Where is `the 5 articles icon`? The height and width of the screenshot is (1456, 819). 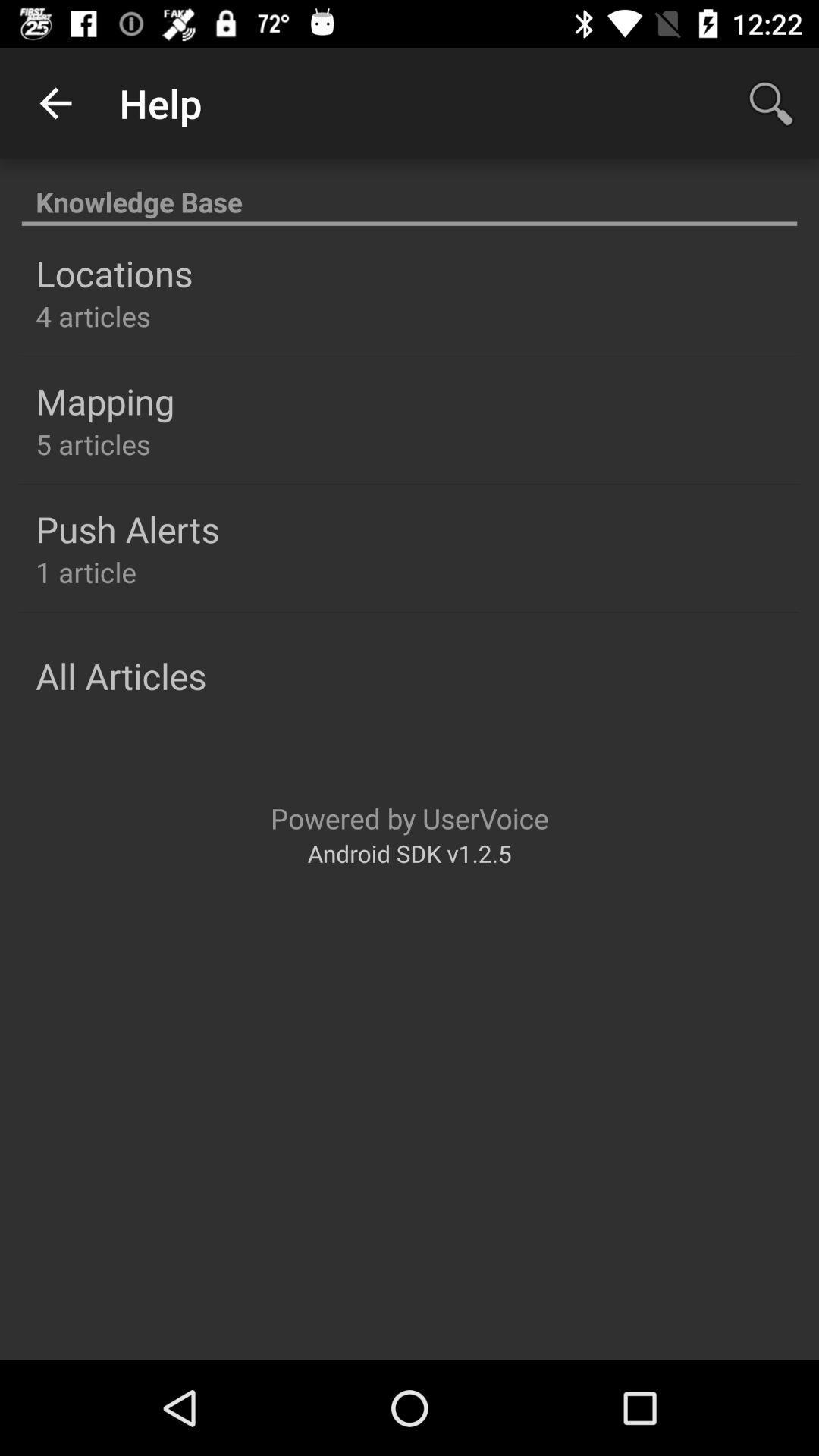 the 5 articles icon is located at coordinates (93, 443).